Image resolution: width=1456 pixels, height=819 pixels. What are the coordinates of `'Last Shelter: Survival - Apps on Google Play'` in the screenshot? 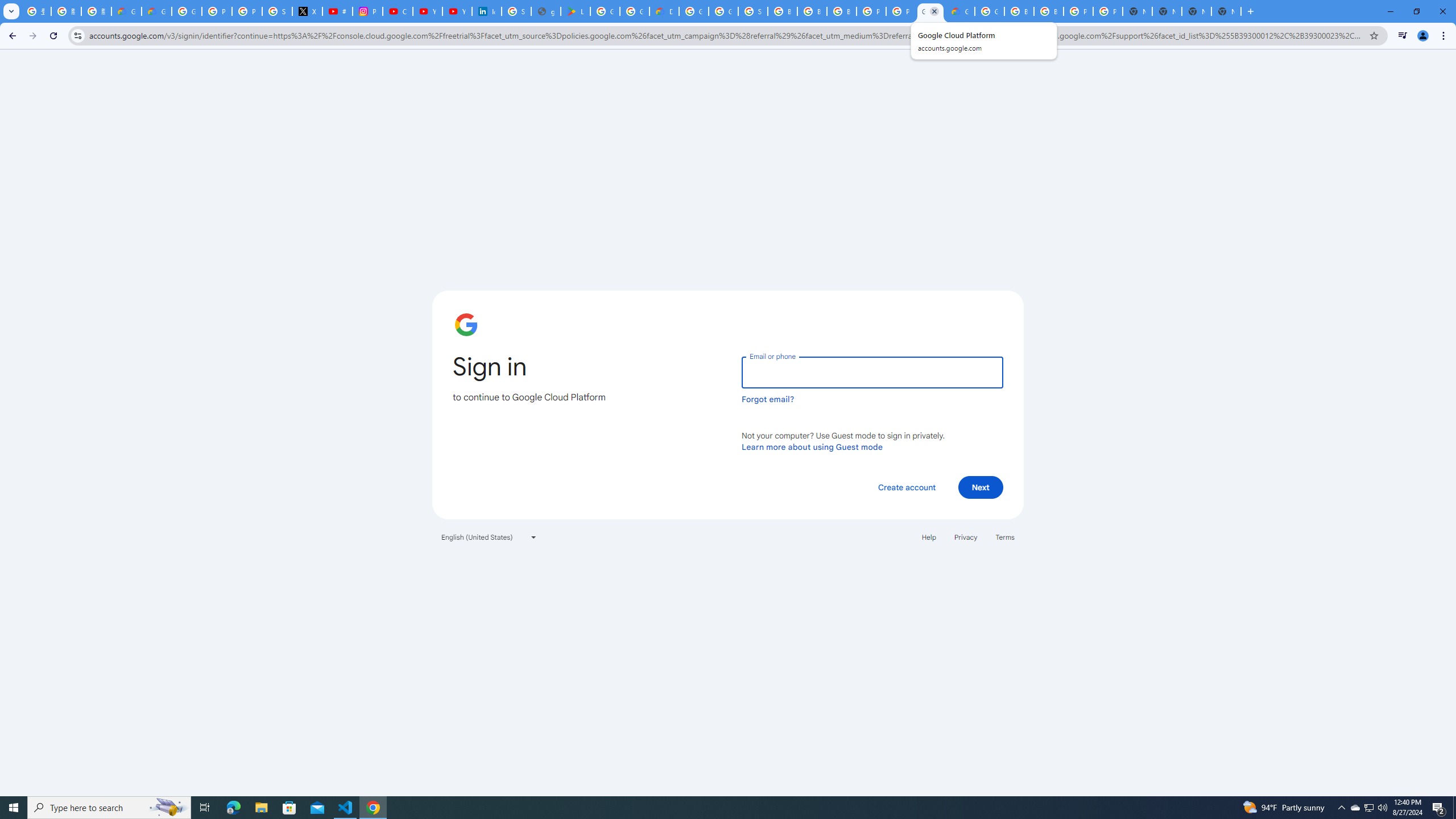 It's located at (575, 11).